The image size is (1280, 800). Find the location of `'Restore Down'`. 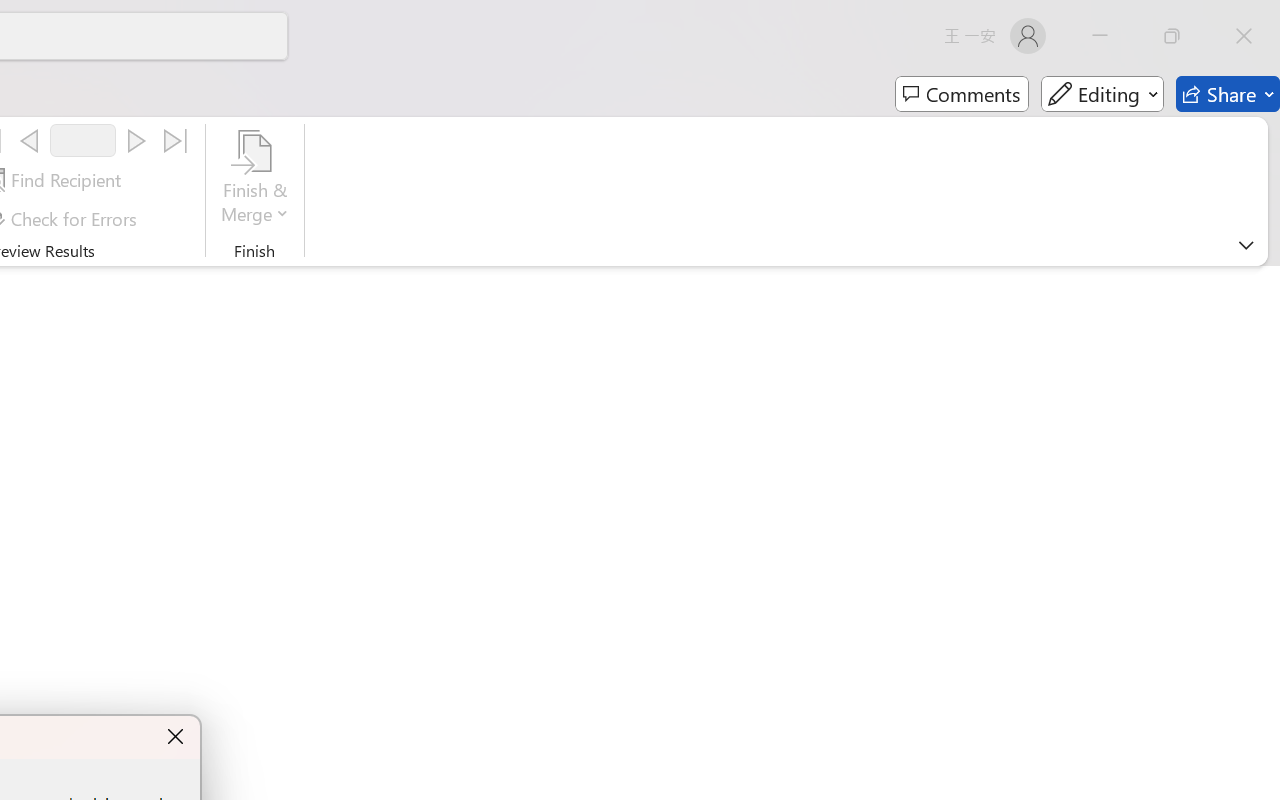

'Restore Down' is located at coordinates (1172, 35).